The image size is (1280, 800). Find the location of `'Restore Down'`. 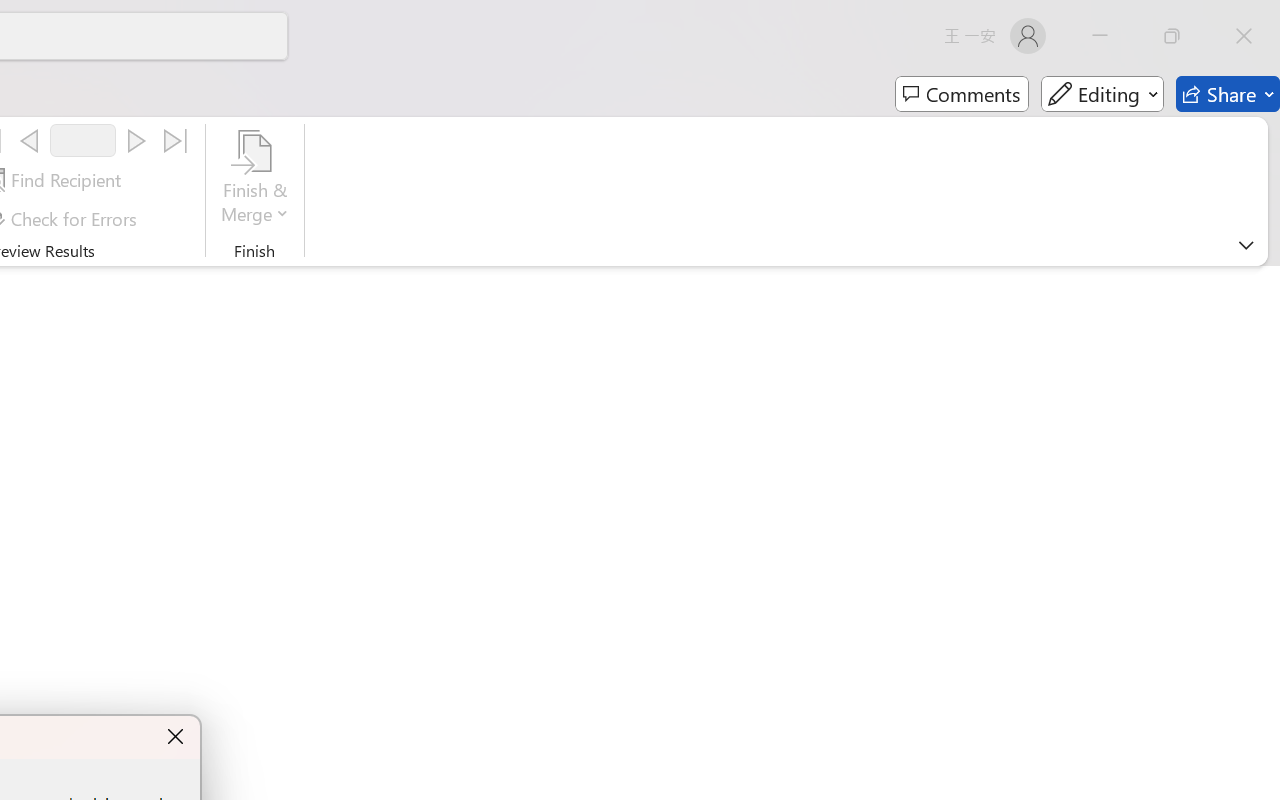

'Restore Down' is located at coordinates (1172, 35).